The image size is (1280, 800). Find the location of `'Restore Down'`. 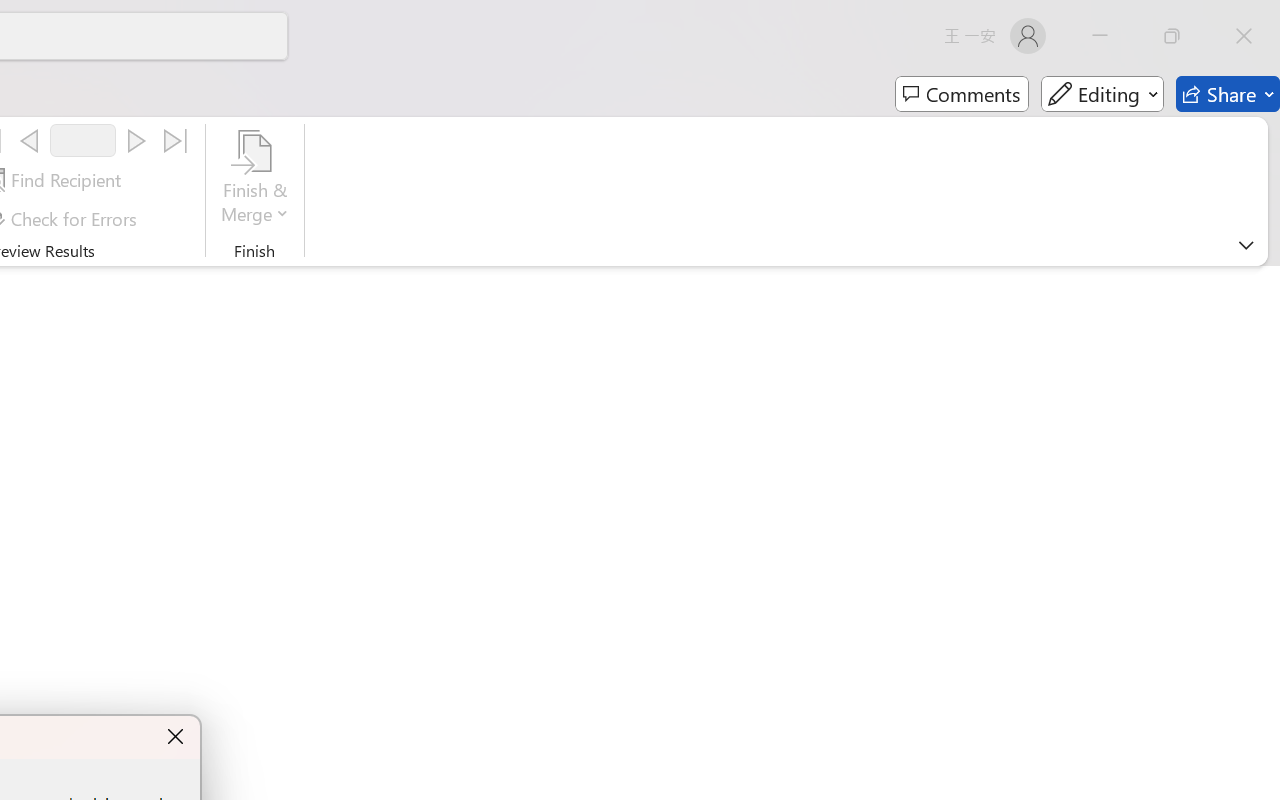

'Restore Down' is located at coordinates (1172, 35).